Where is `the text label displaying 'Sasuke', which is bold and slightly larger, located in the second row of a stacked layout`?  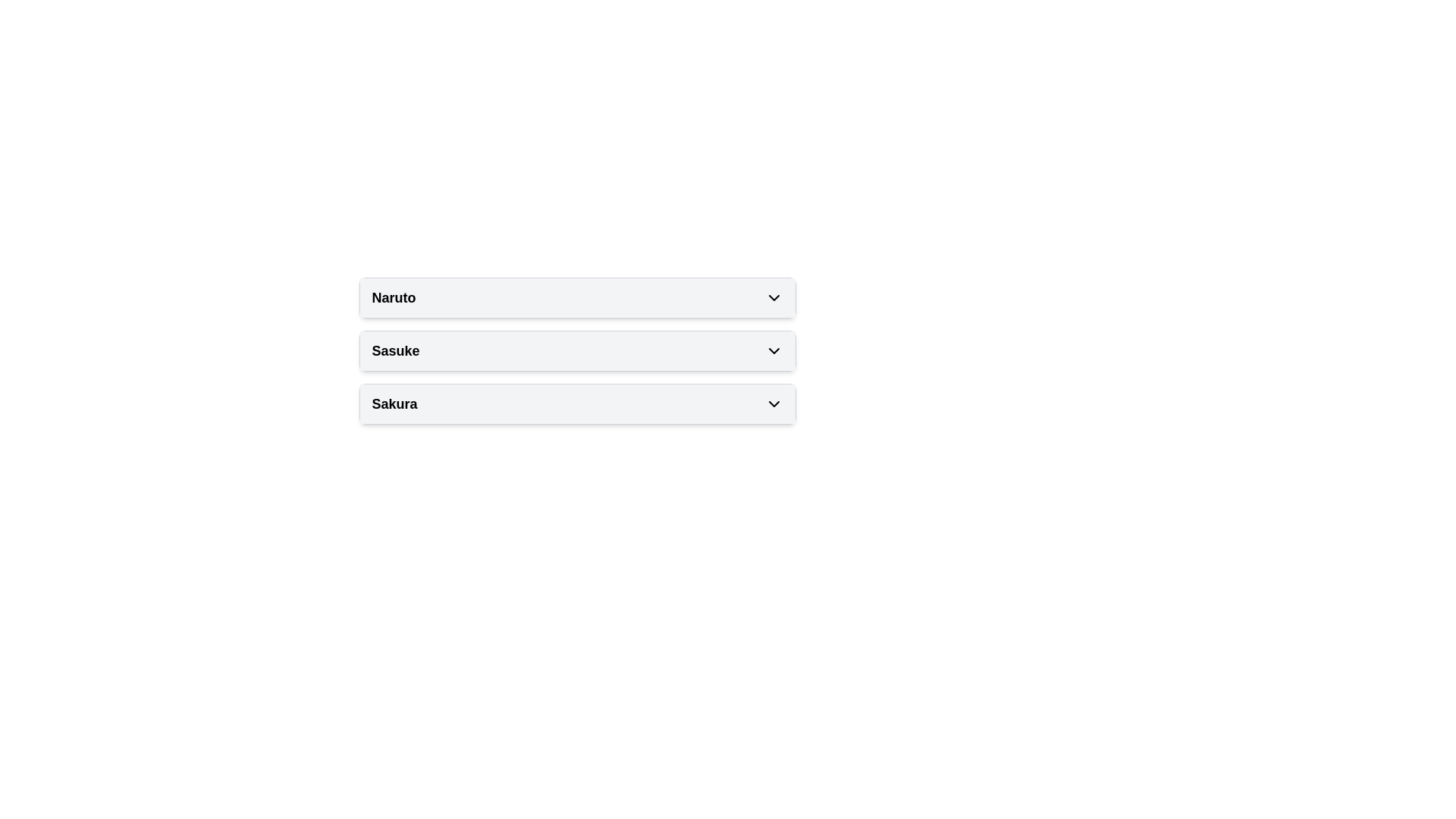
the text label displaying 'Sasuke', which is bold and slightly larger, located in the second row of a stacked layout is located at coordinates (396, 350).